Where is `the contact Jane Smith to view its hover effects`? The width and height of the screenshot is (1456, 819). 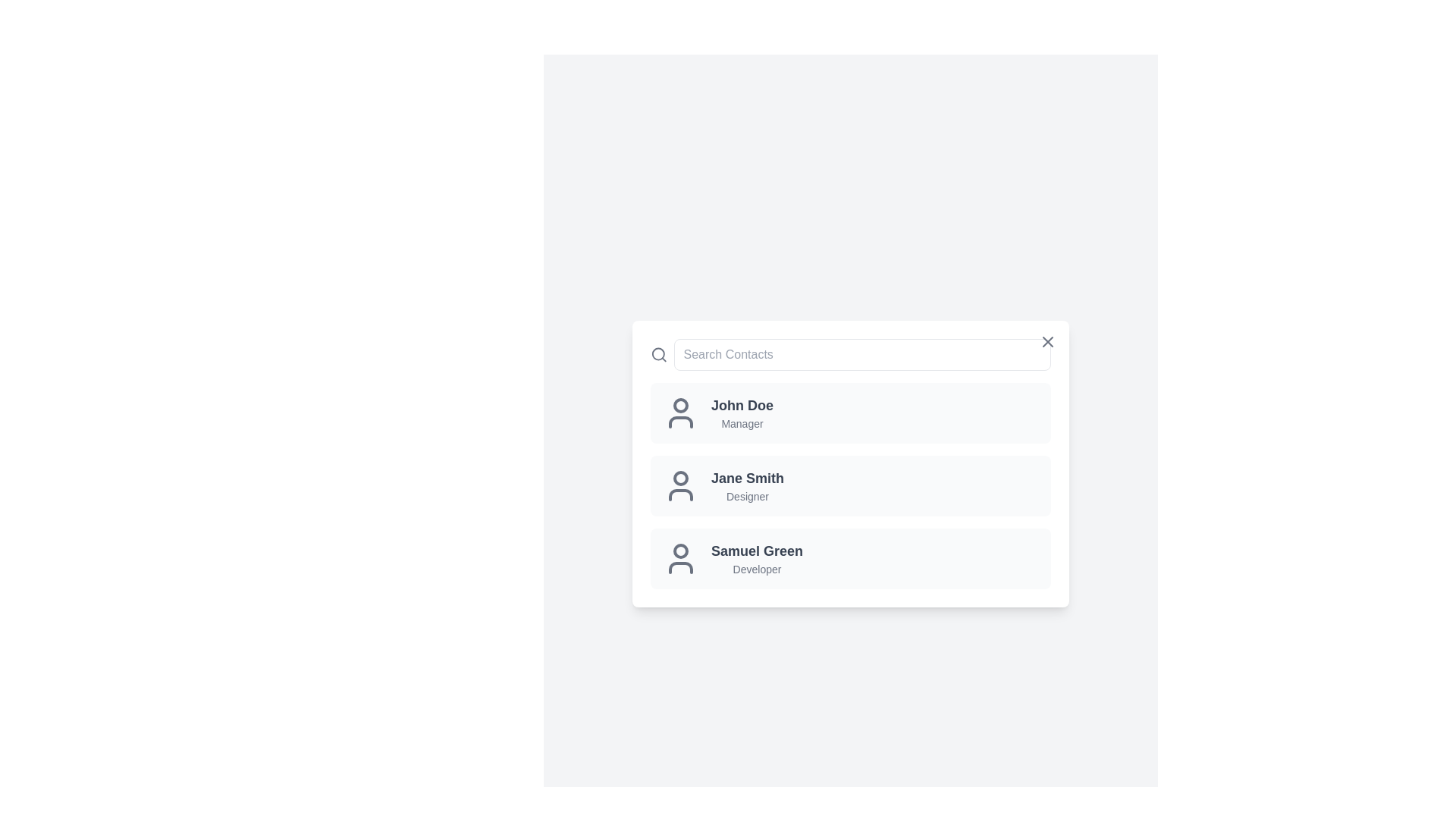 the contact Jane Smith to view its hover effects is located at coordinates (851, 485).